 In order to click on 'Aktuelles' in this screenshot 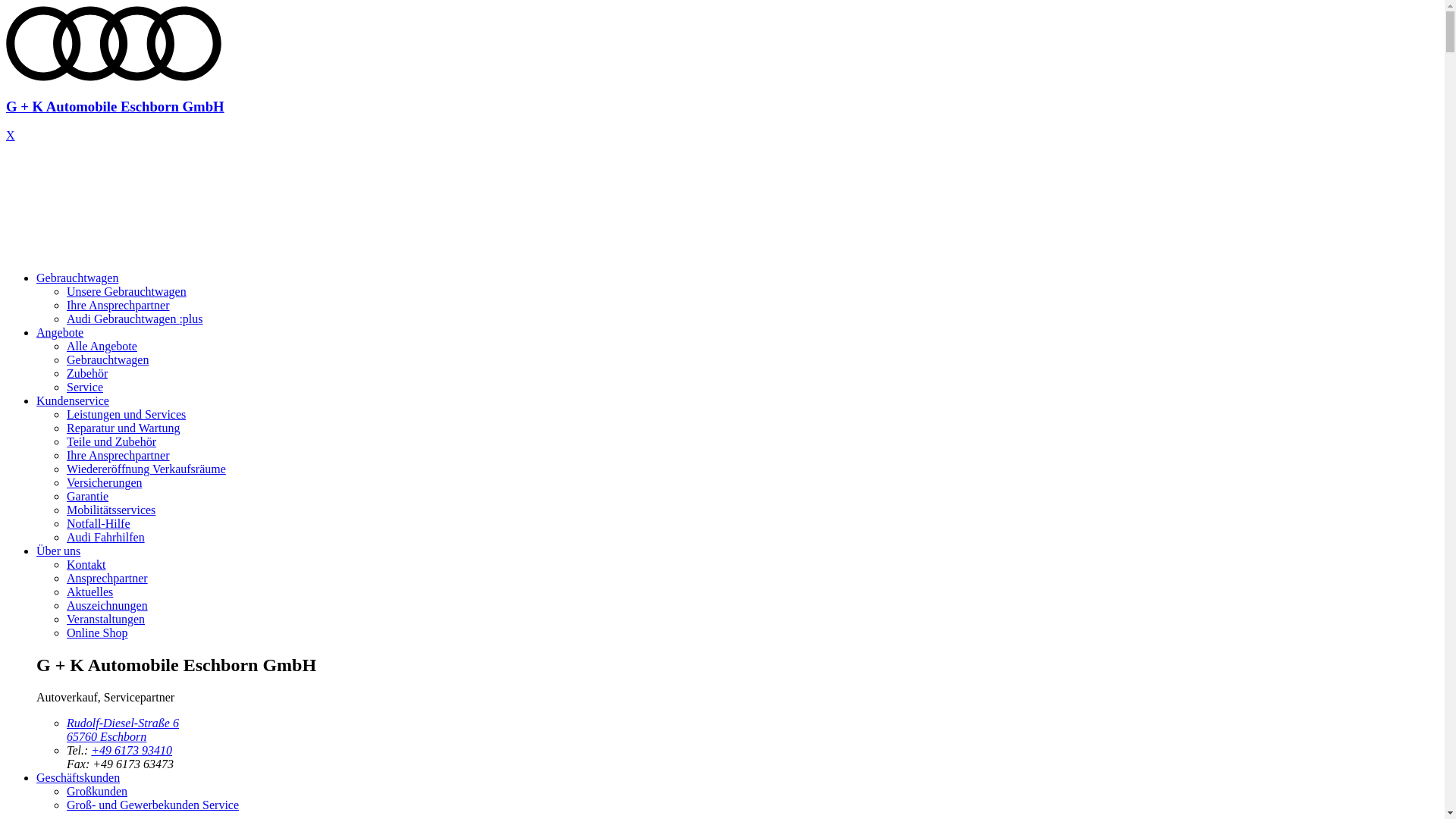, I will do `click(89, 591)`.